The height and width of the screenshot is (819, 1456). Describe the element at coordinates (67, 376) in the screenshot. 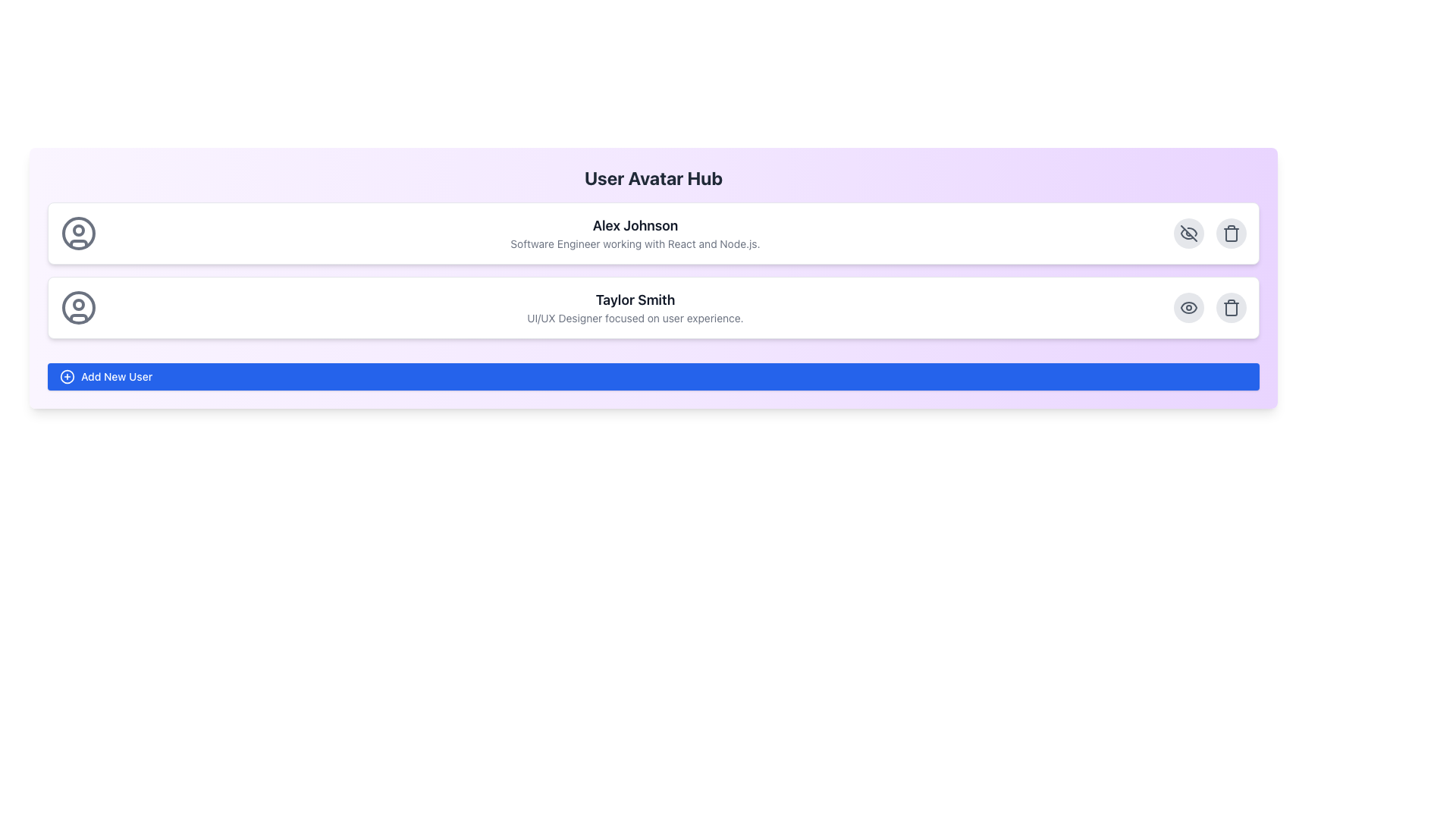

I see `the circular icon with a '+' symbol on the blue button labeled 'Add New User' to initiate the action of adding a new user` at that location.